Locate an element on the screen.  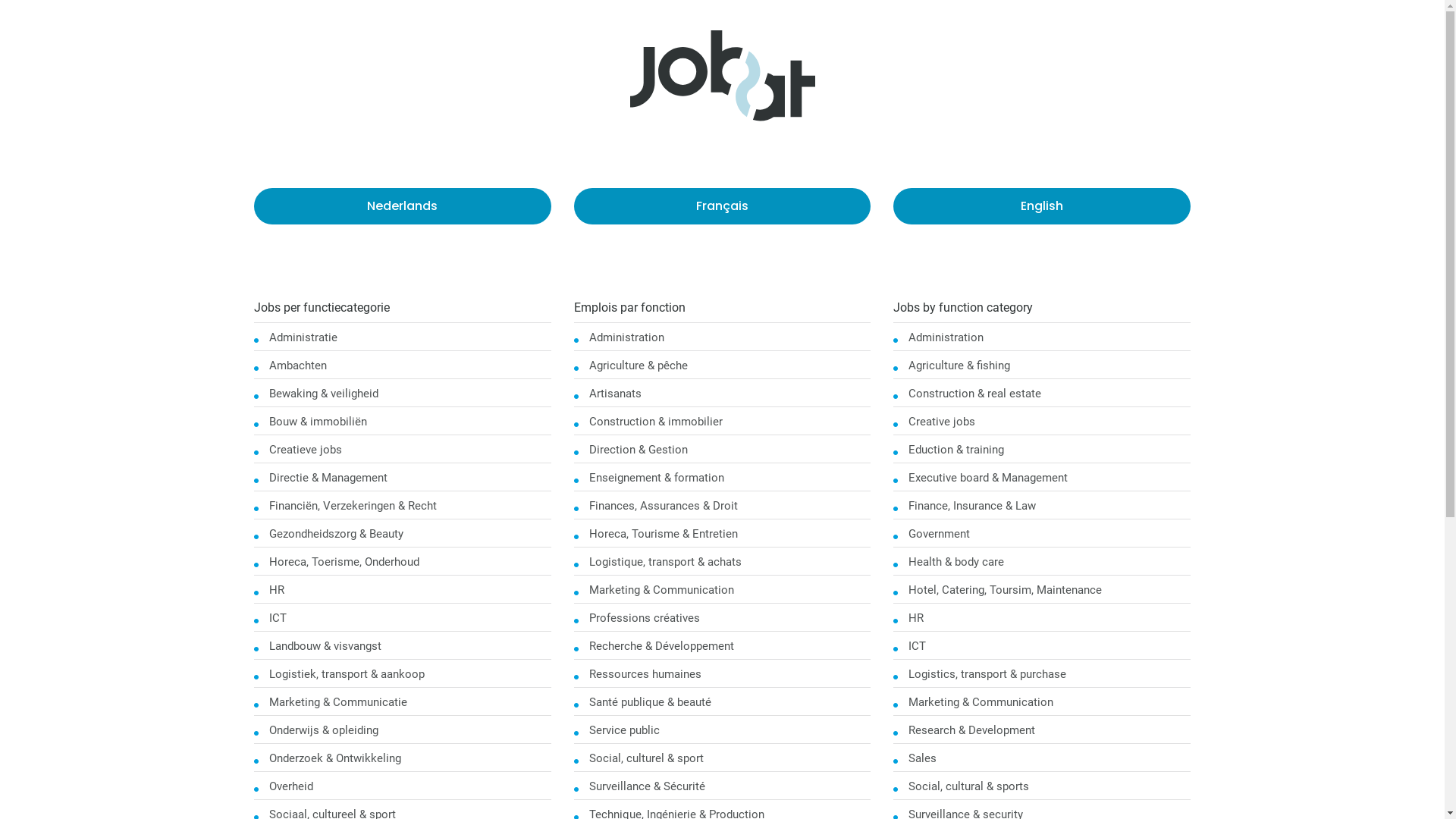
'Executive board & Management' is located at coordinates (987, 476).